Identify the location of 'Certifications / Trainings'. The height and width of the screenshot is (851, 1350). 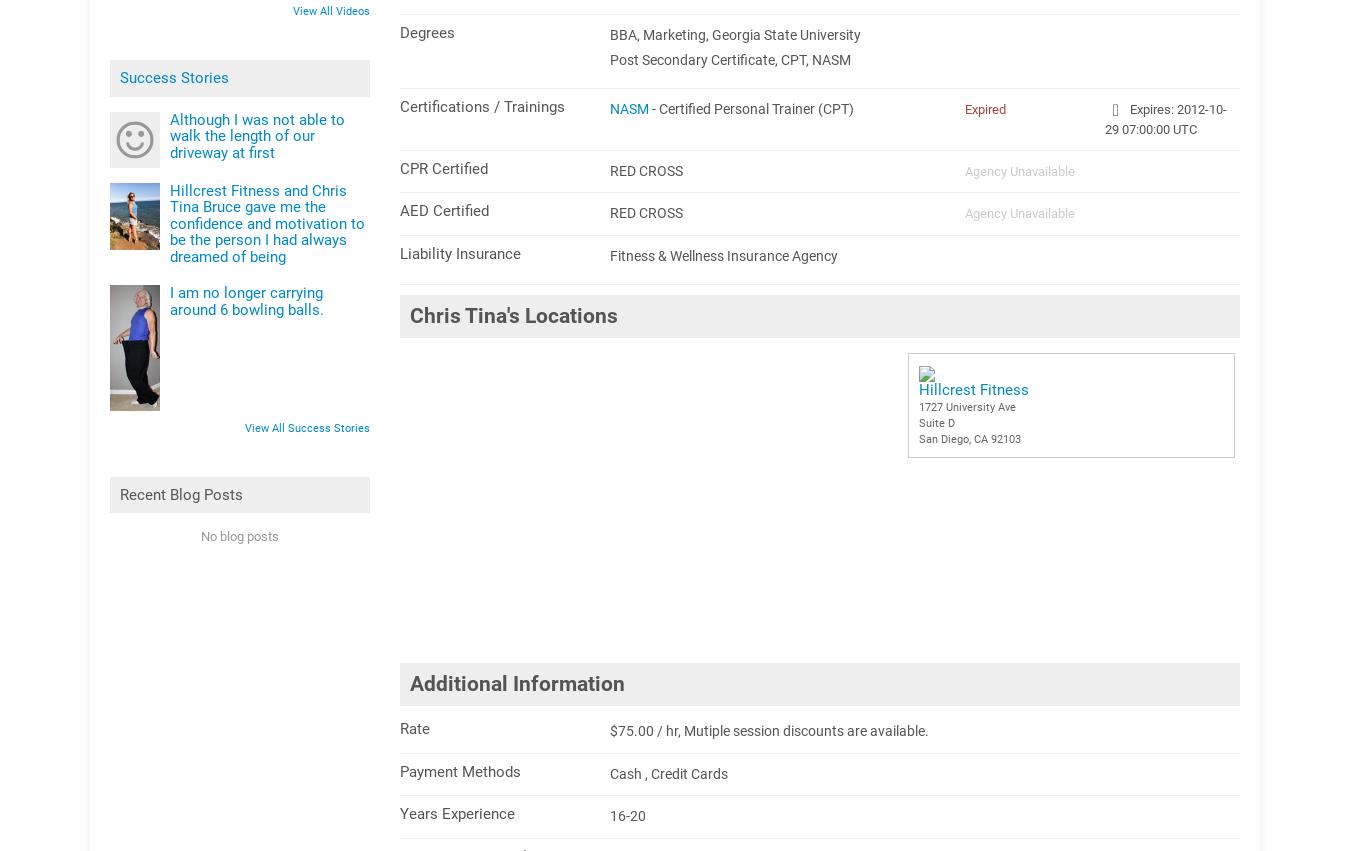
(481, 105).